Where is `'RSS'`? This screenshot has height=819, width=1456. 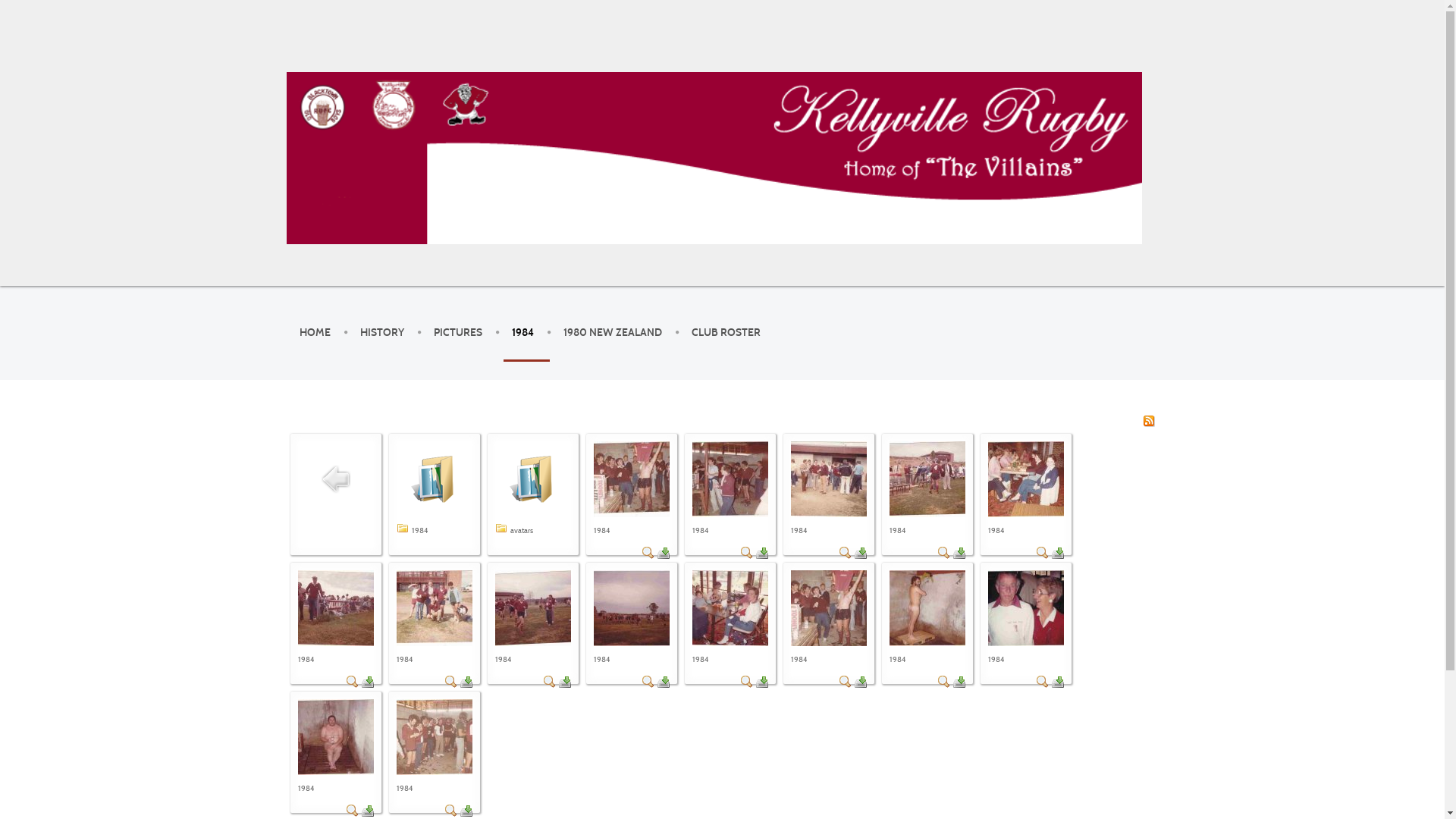
'RSS' is located at coordinates (1147, 419).